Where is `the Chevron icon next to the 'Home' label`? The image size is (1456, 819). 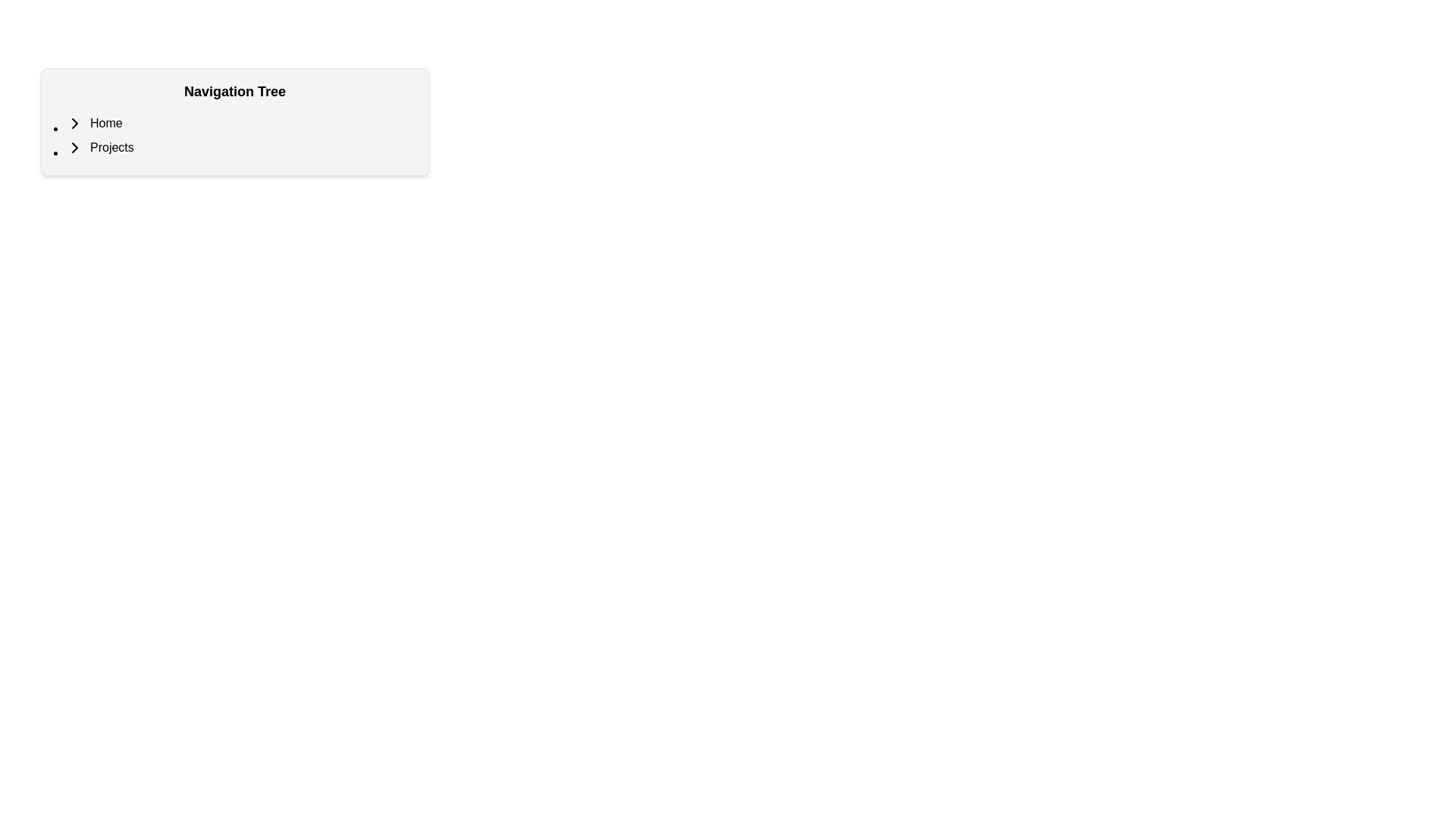 the Chevron icon next to the 'Home' label is located at coordinates (74, 122).